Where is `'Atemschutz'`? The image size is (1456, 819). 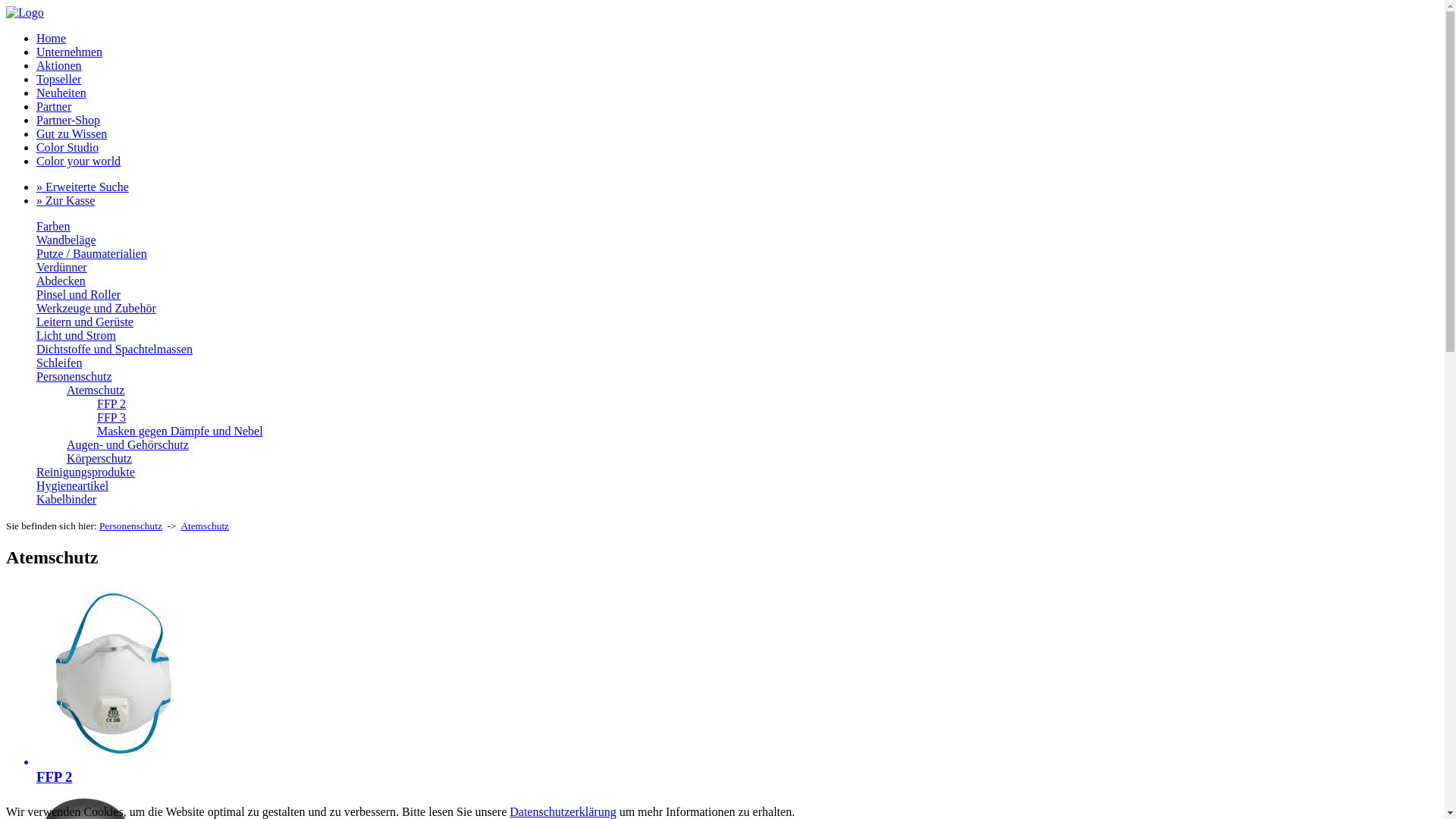 'Atemschutz' is located at coordinates (203, 525).